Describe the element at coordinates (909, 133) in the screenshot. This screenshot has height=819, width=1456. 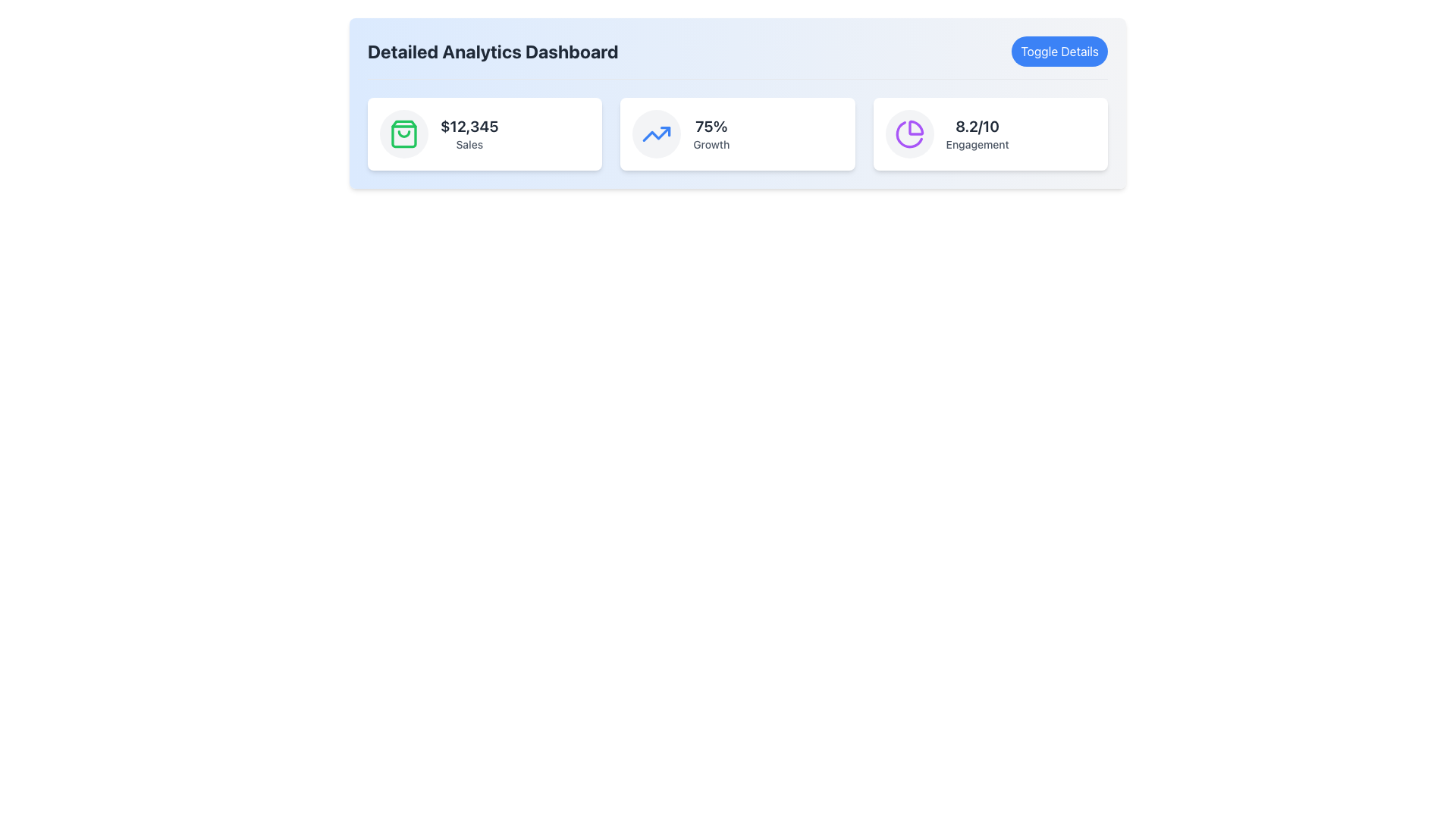
I see `the circular icon with a pie chart graphic, which has a light gray background and purple pie chart, located near the text '8.2/10' and 'Engagement'` at that location.